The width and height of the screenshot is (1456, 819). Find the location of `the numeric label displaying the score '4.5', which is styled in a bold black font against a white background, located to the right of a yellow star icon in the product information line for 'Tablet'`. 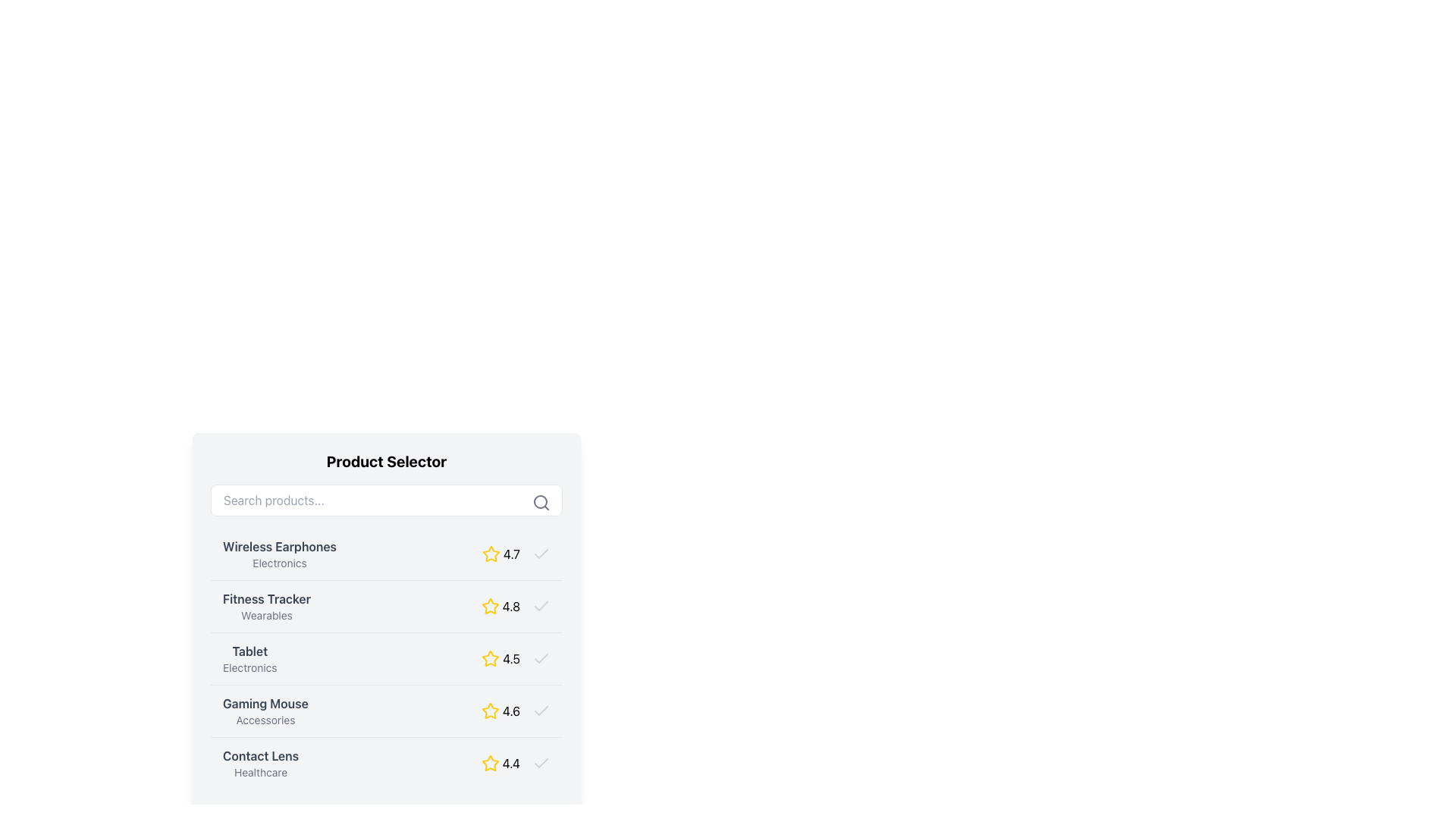

the numeric label displaying the score '4.5', which is styled in a bold black font against a white background, located to the right of a yellow star icon in the product information line for 'Tablet' is located at coordinates (511, 657).